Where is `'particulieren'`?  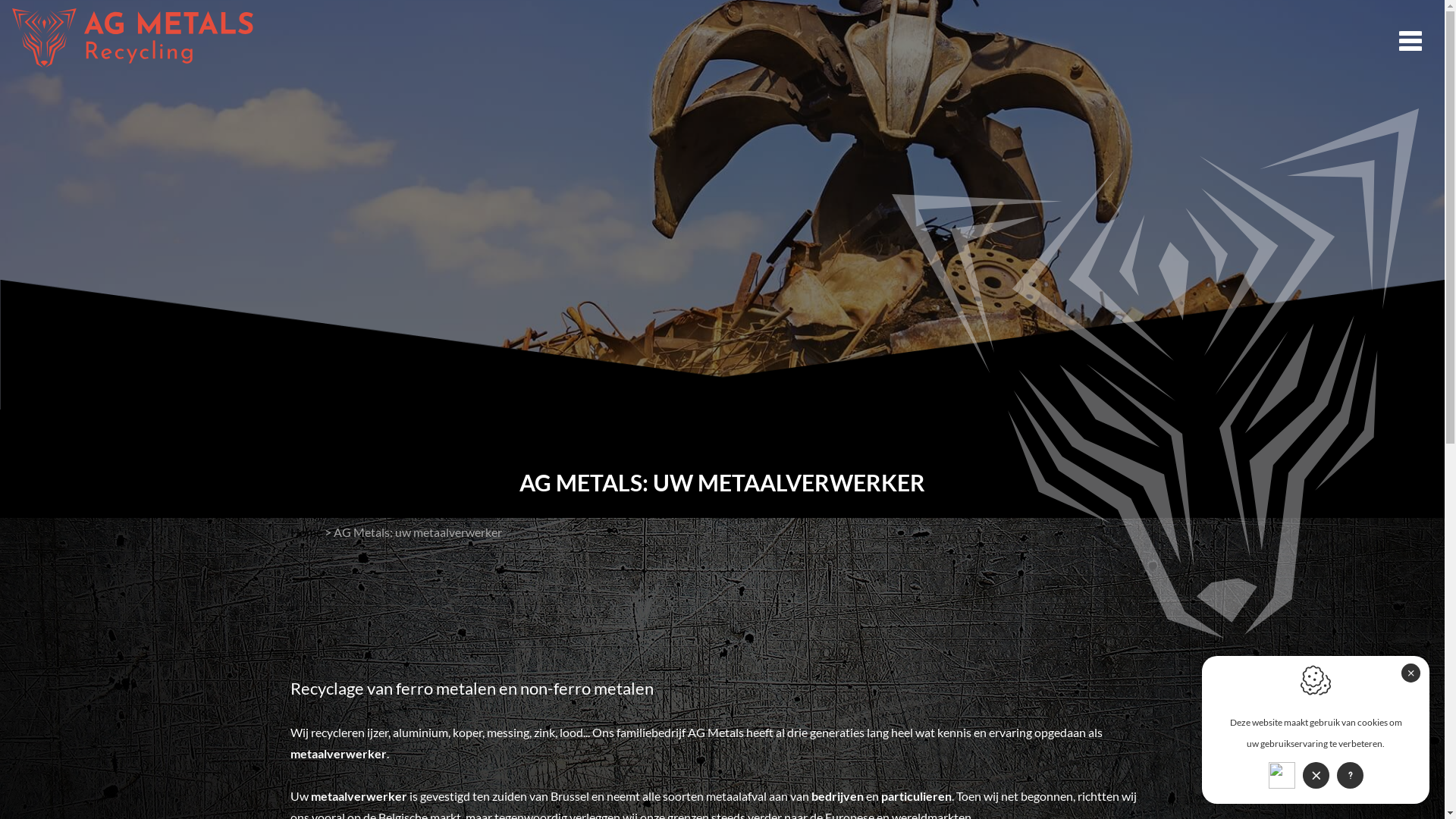 'particulieren' is located at coordinates (915, 795).